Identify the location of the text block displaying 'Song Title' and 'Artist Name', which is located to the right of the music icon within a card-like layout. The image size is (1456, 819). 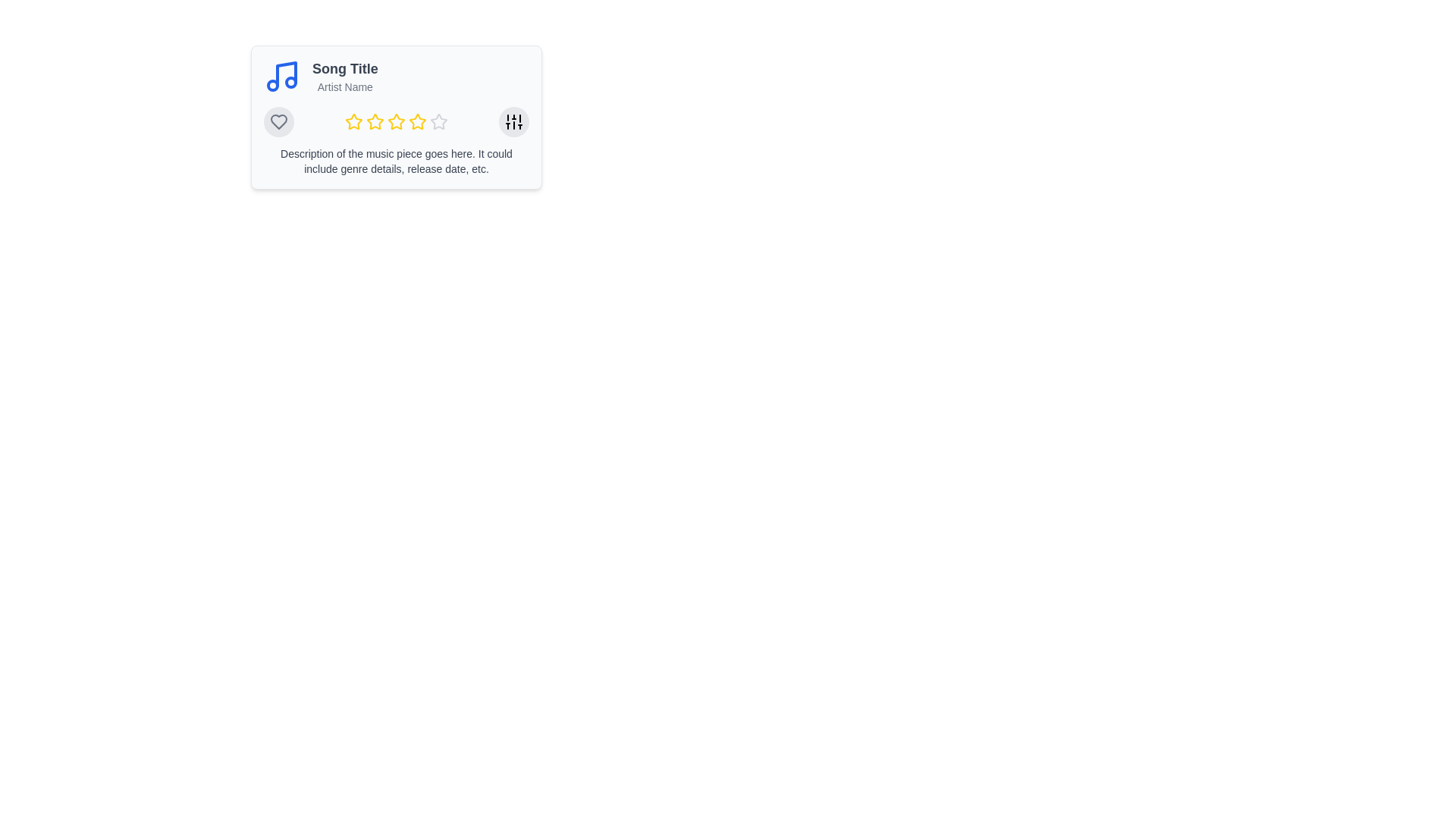
(344, 76).